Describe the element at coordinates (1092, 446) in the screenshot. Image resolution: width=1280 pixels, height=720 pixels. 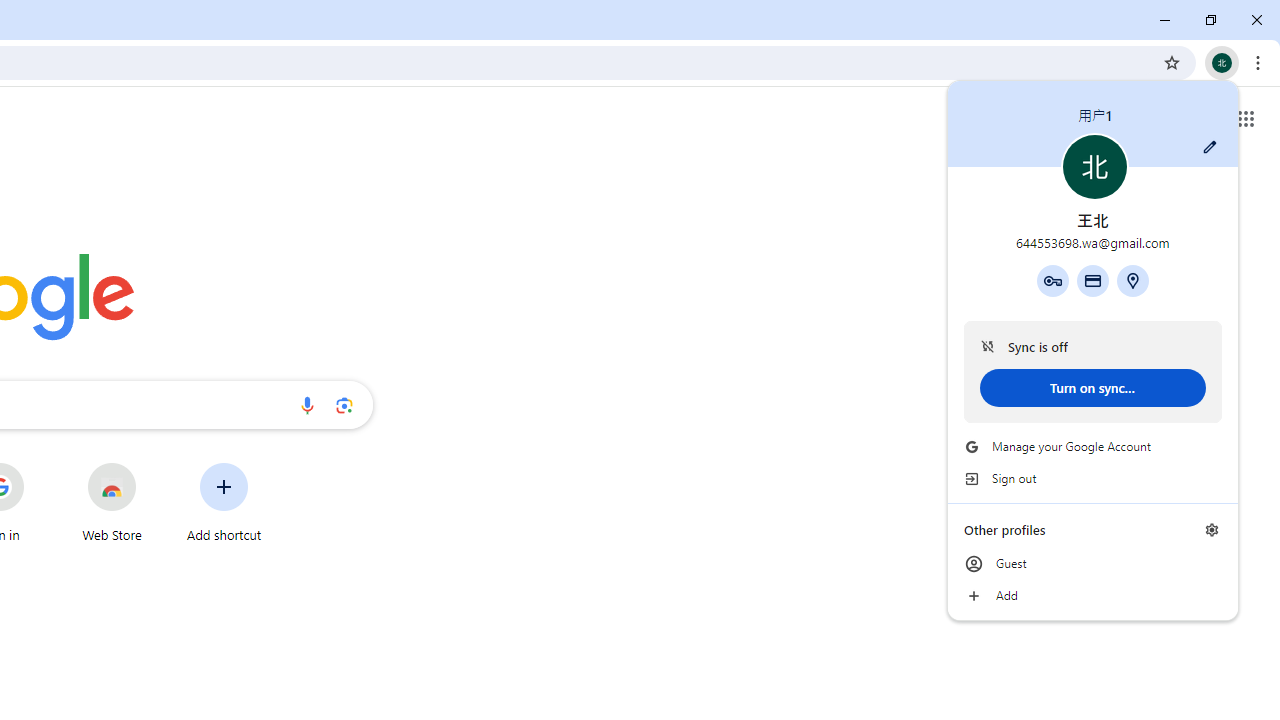
I see `'Manage your Google Account'` at that location.